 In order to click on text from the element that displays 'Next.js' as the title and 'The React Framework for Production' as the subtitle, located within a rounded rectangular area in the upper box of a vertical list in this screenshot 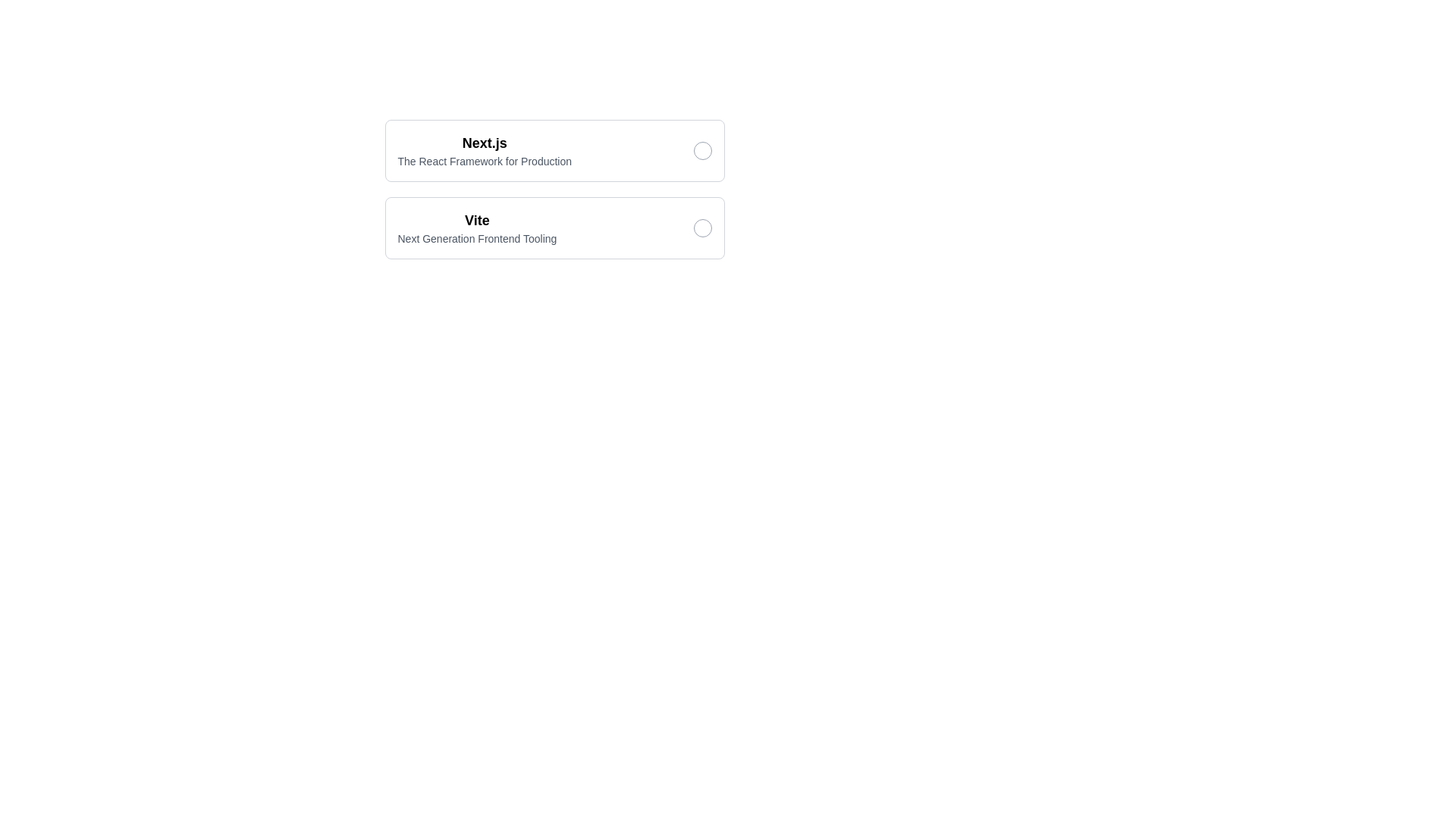, I will do `click(484, 151)`.